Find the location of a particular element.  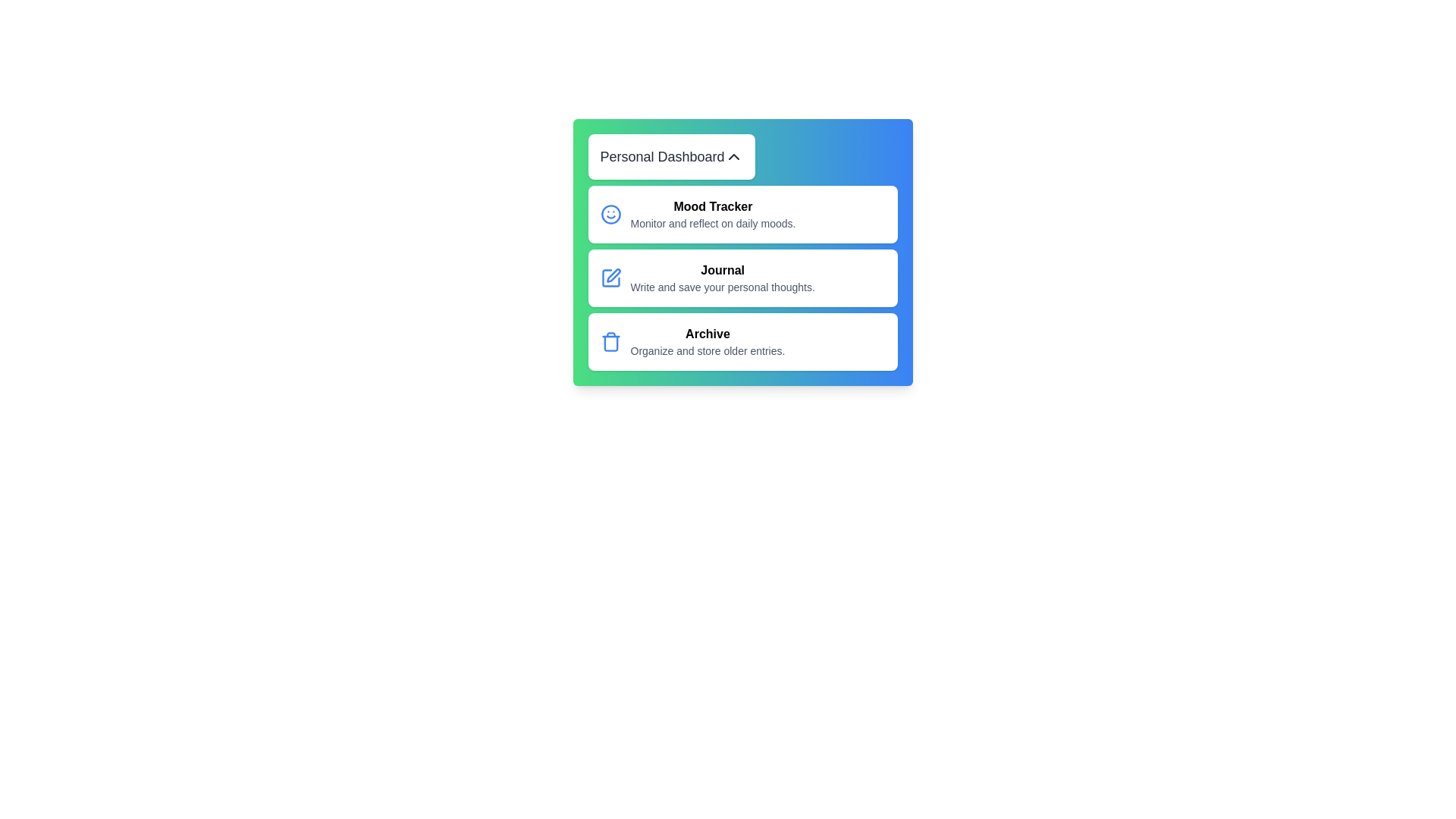

the menu item Mood Tracker to see the hover effect is located at coordinates (742, 214).